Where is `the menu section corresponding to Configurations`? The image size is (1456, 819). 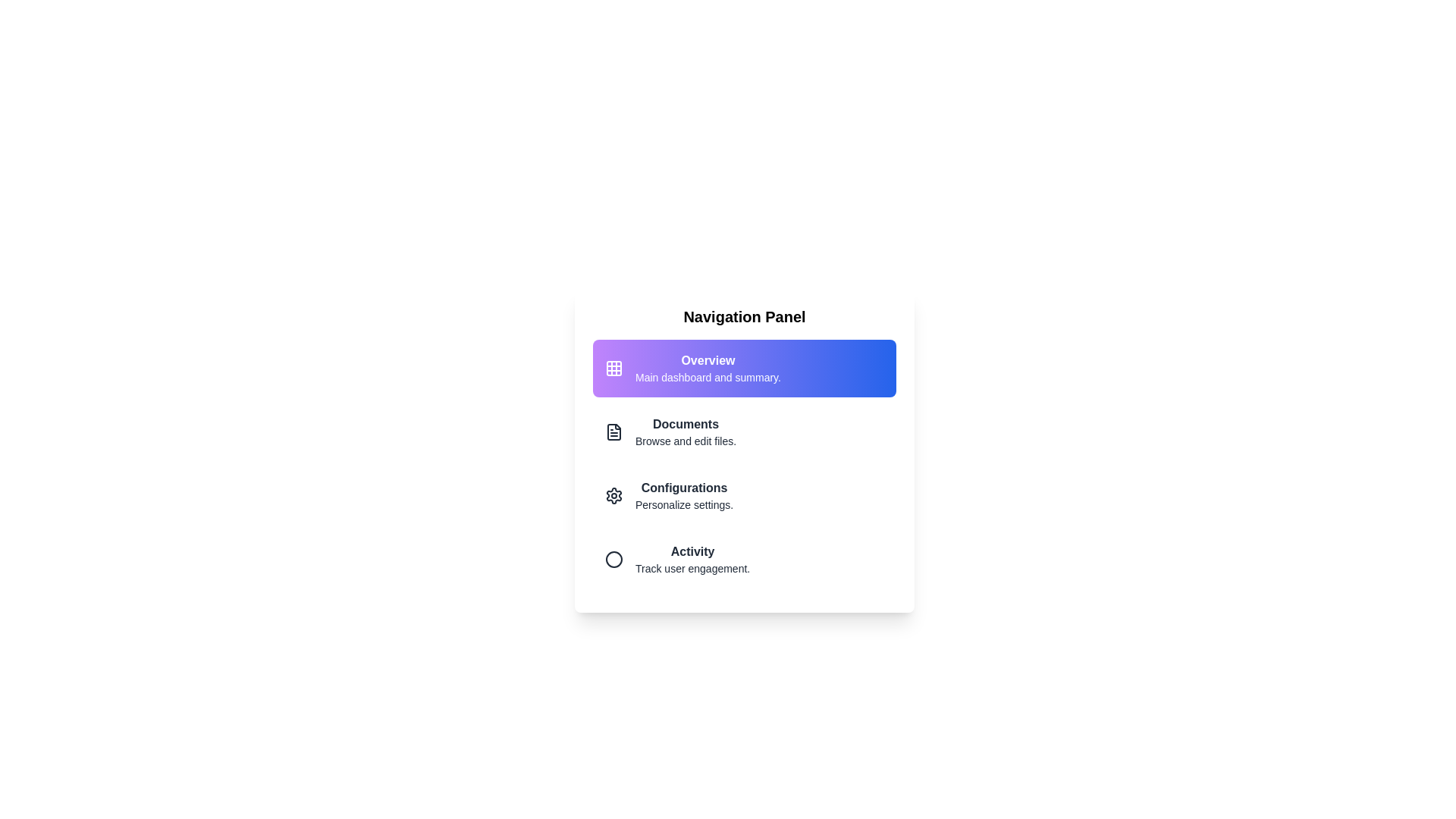
the menu section corresponding to Configurations is located at coordinates (745, 496).